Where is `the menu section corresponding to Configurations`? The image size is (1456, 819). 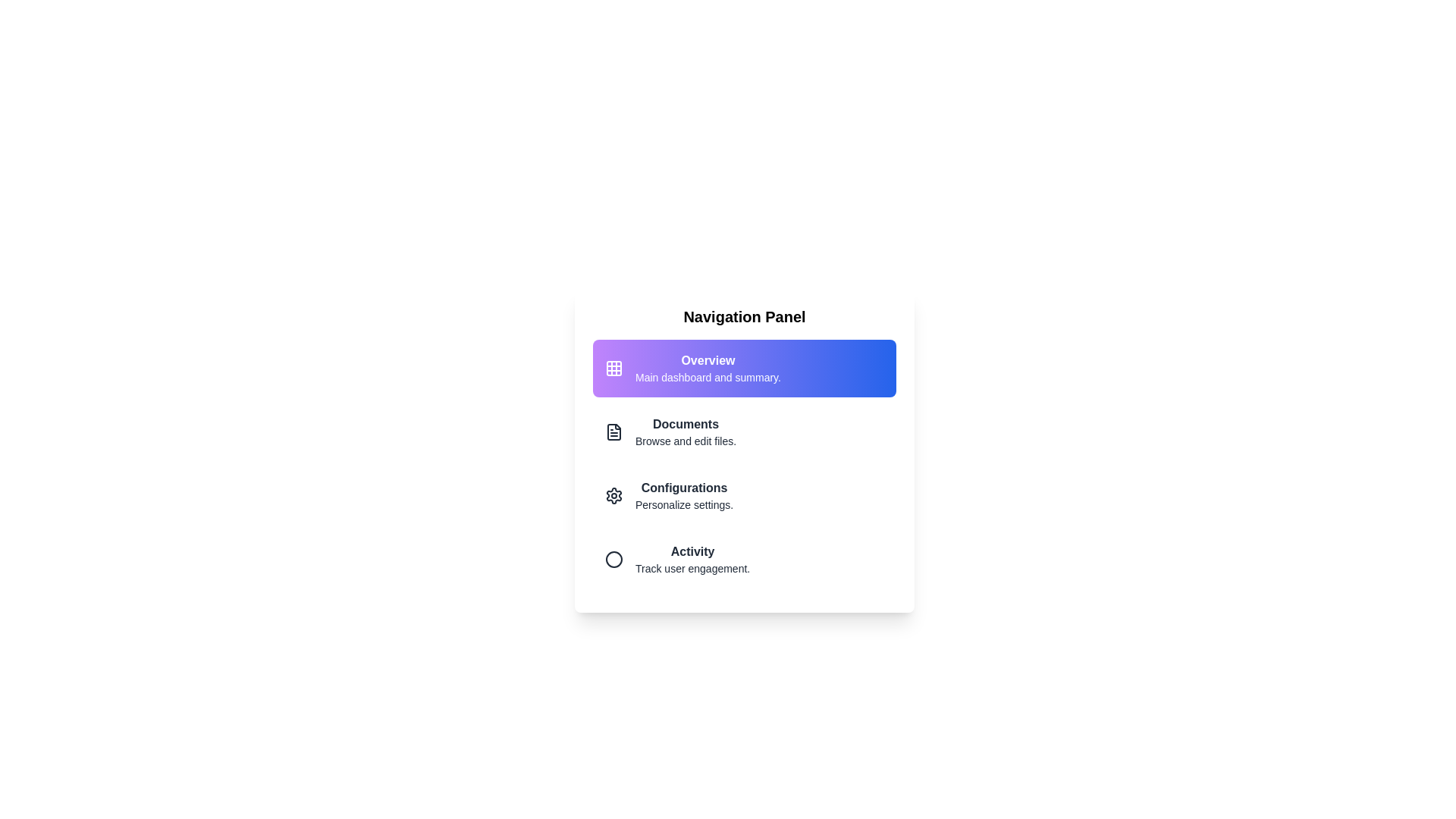
the menu section corresponding to Configurations is located at coordinates (745, 496).